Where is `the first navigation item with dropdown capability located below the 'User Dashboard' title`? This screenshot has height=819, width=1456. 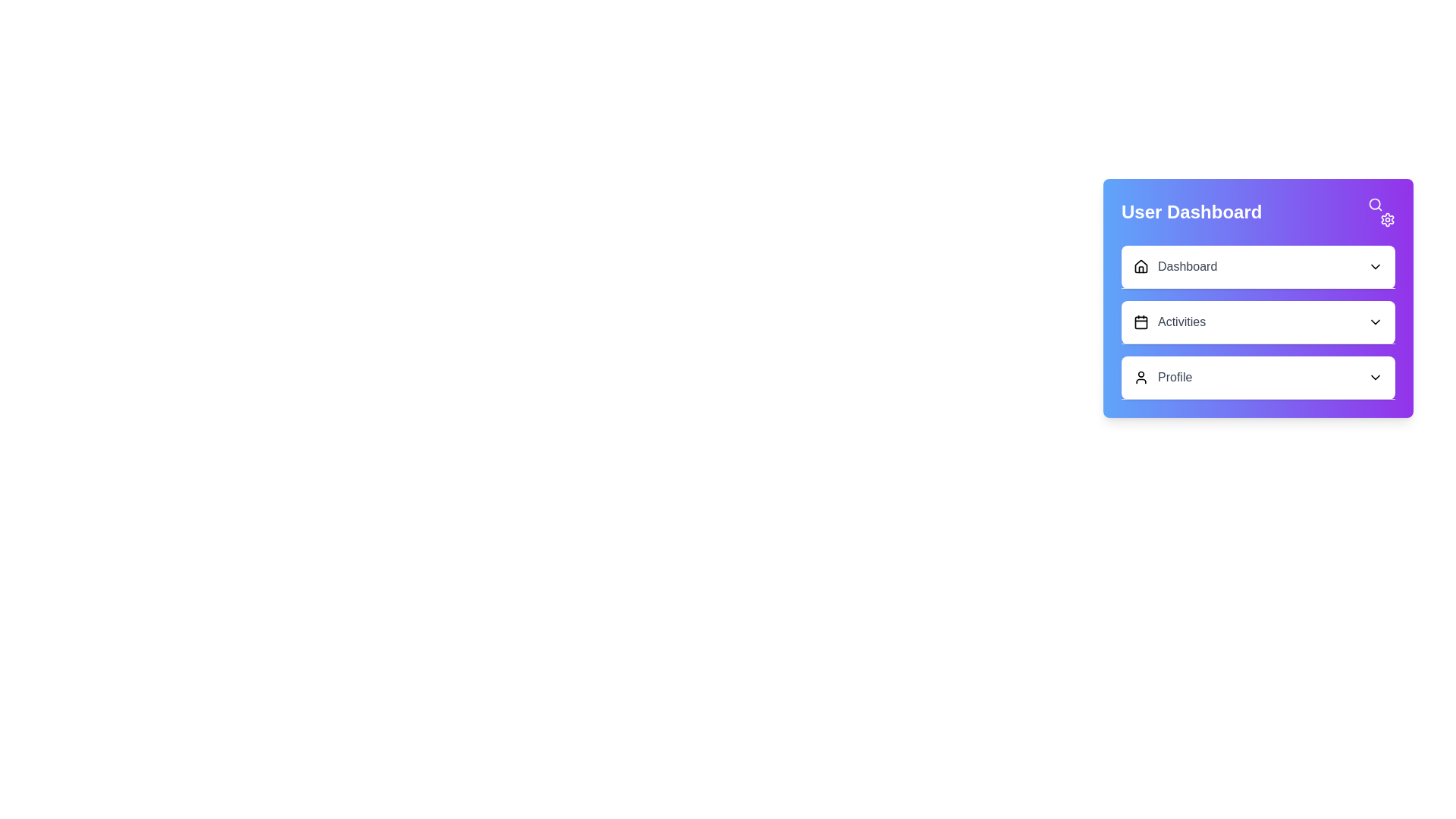
the first navigation item with dropdown capability located below the 'User Dashboard' title is located at coordinates (1258, 266).